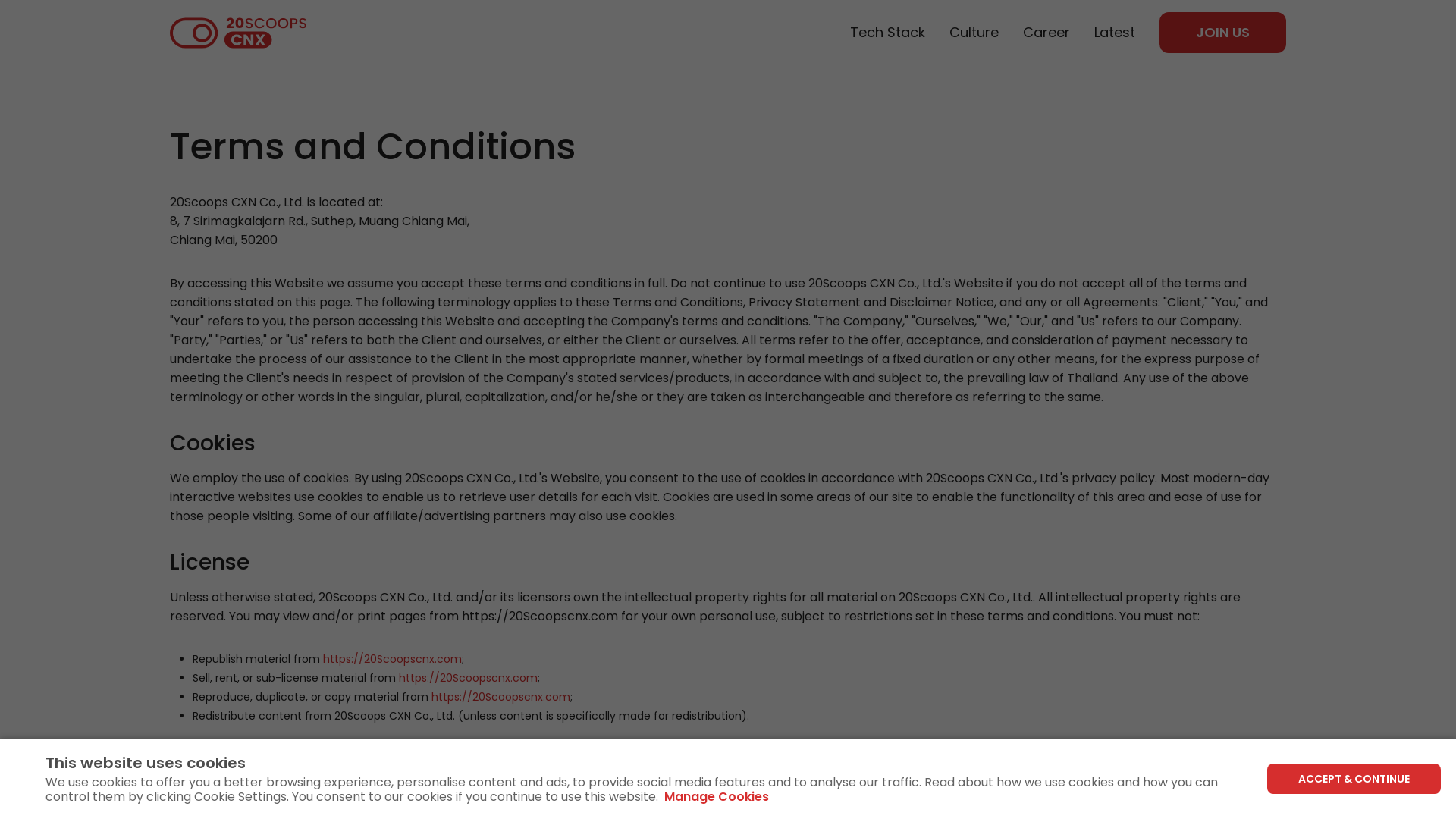  I want to click on 'ACCEPT & CONTINUE', so click(1354, 778).